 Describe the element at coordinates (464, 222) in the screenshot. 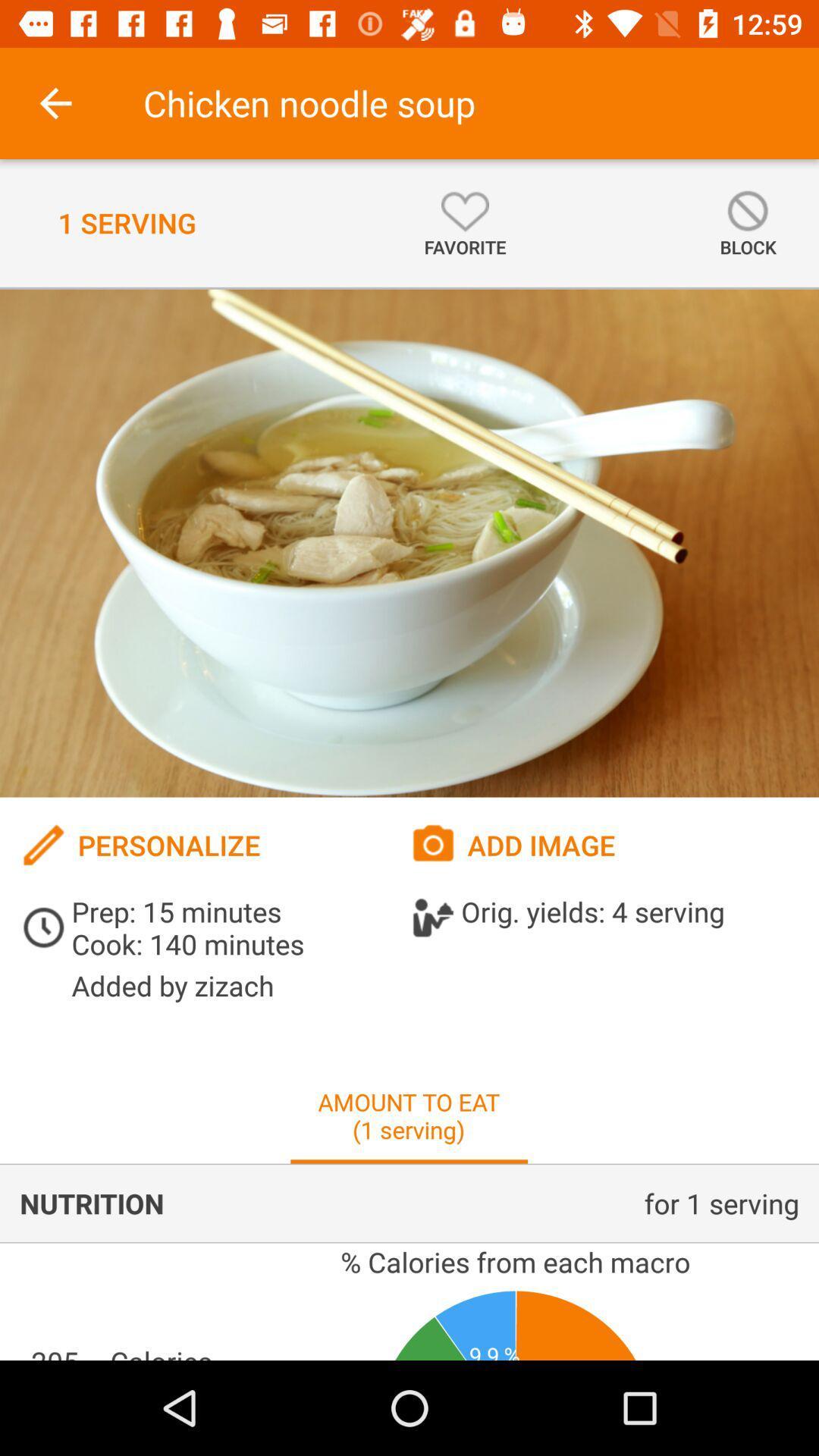

I see `the icon to the left of block icon` at that location.